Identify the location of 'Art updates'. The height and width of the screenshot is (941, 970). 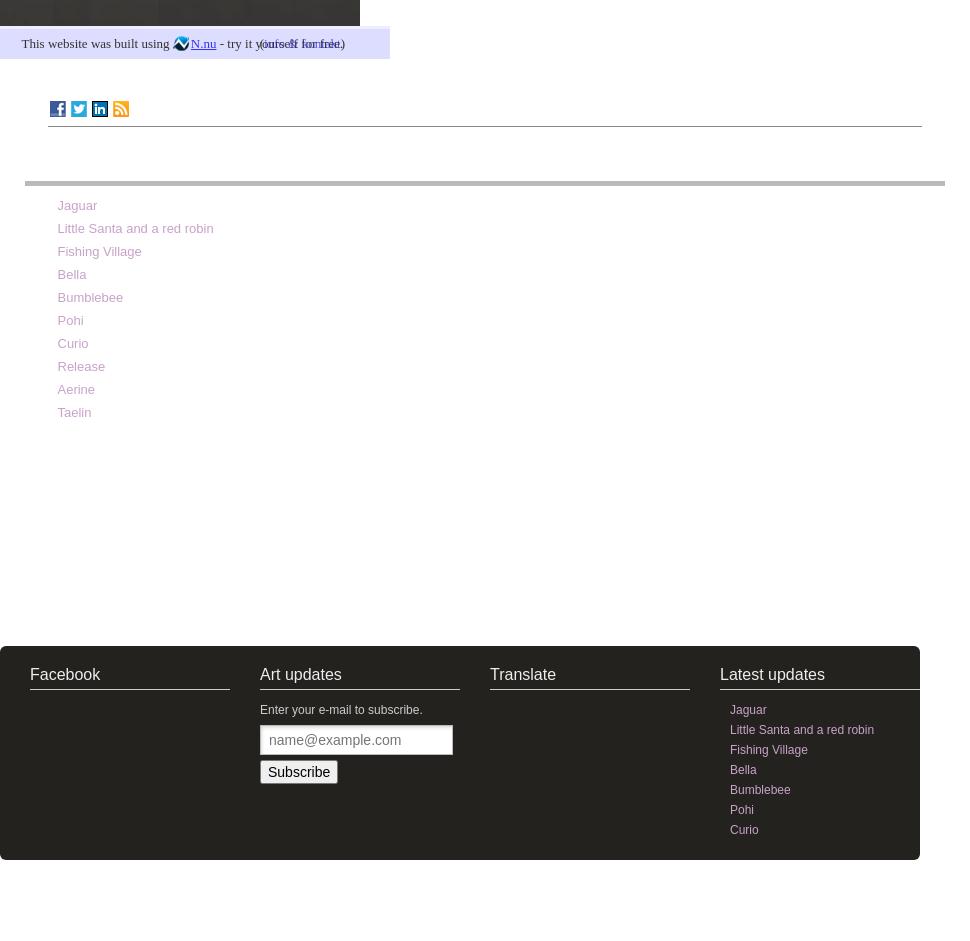
(300, 673).